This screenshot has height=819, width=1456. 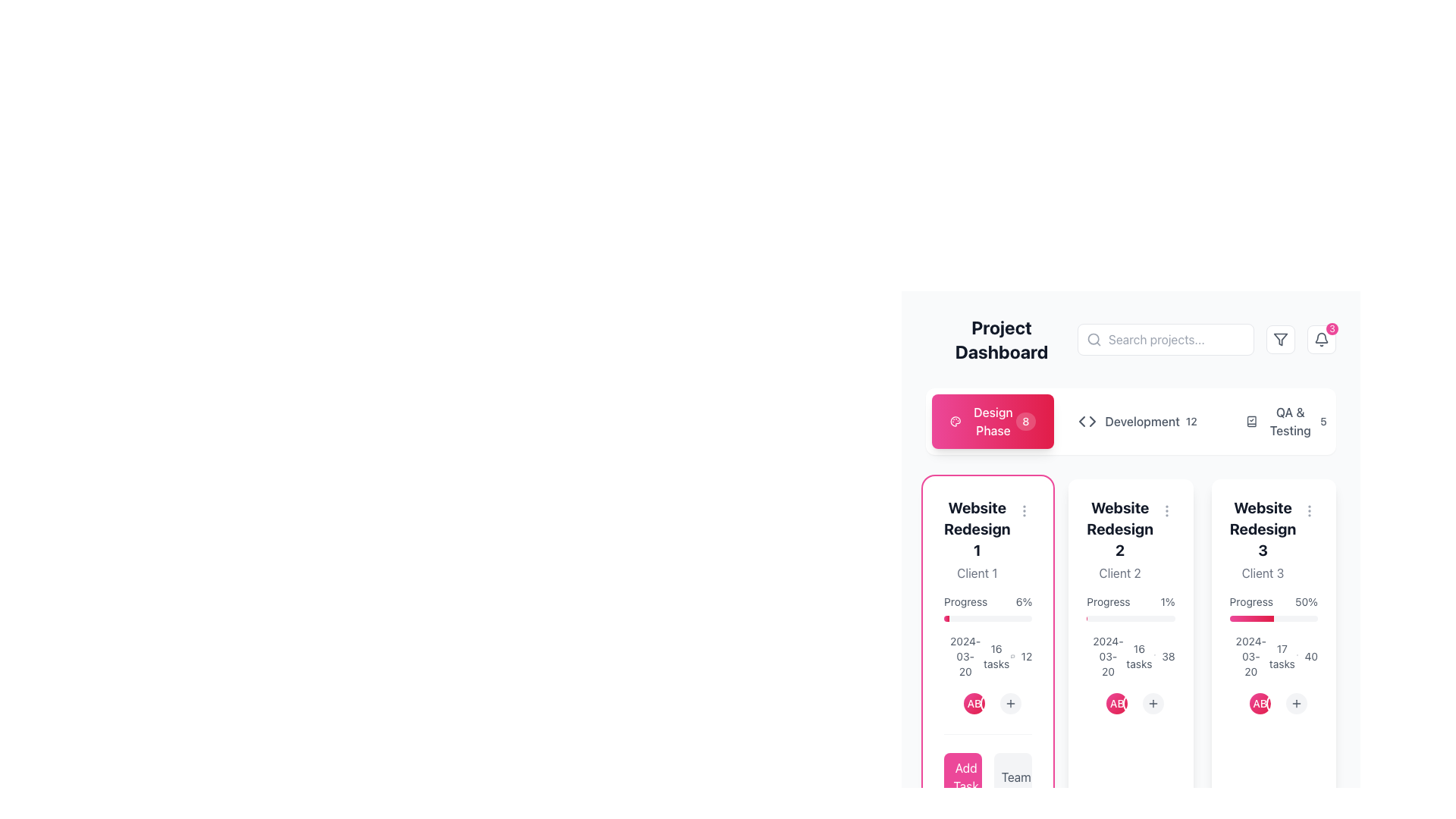 I want to click on the SVG magnifying glass icon that represents the search feature, located within the search input field near its center, so click(x=1094, y=338).